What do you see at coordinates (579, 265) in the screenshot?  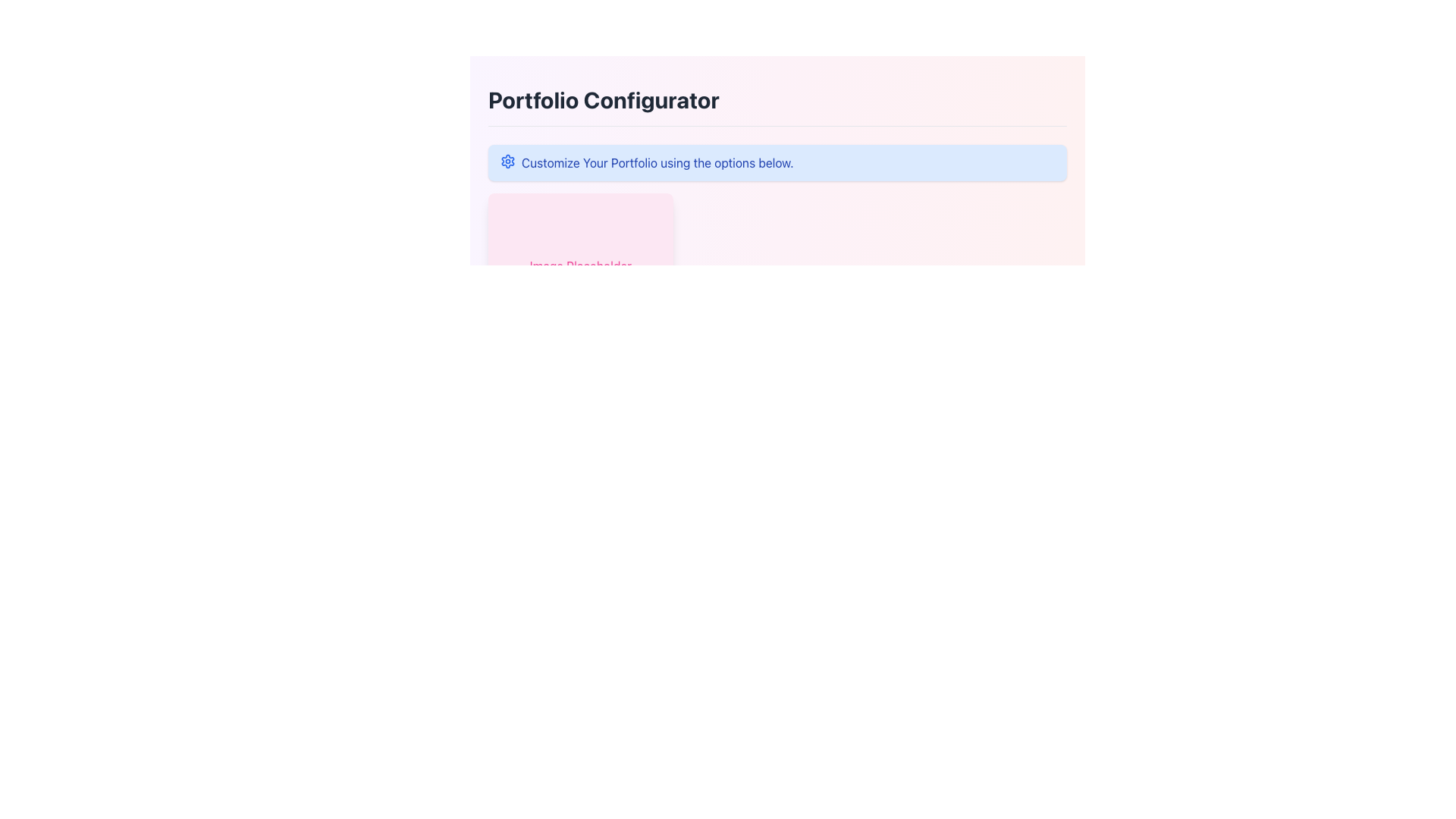 I see `the static UI placeholder with a light pink background and the text 'Image Placeholder' centered in pink font` at bounding box center [579, 265].